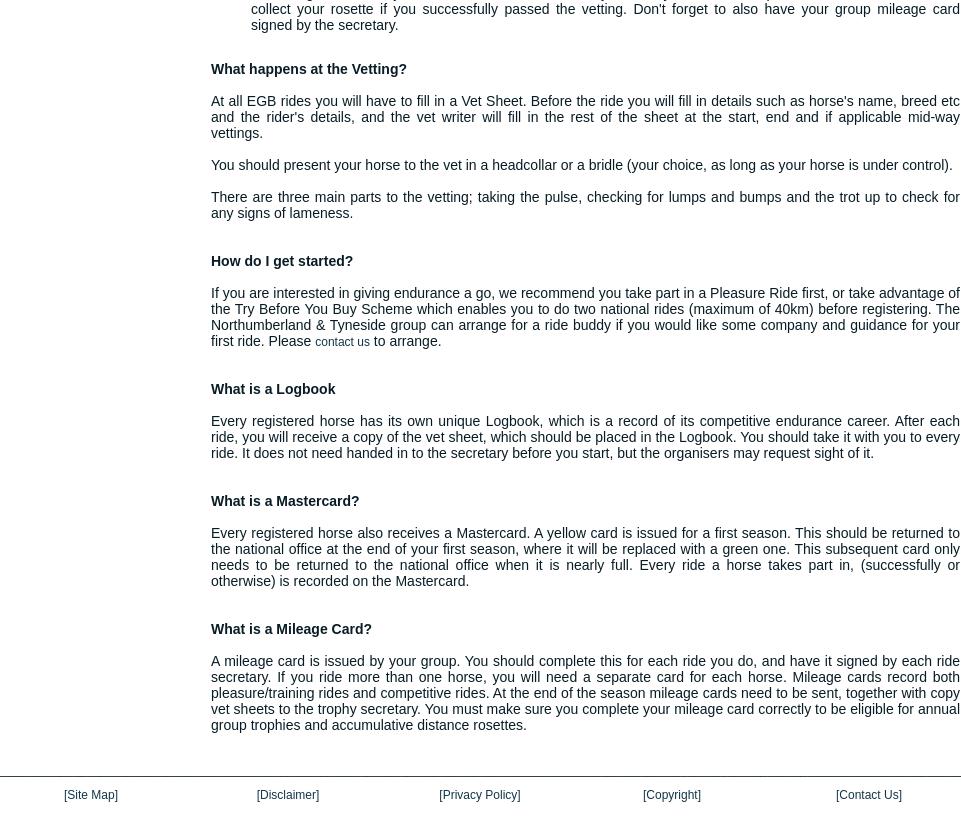 The image size is (961, 816). I want to click on '[Disclaimer]', so click(287, 795).